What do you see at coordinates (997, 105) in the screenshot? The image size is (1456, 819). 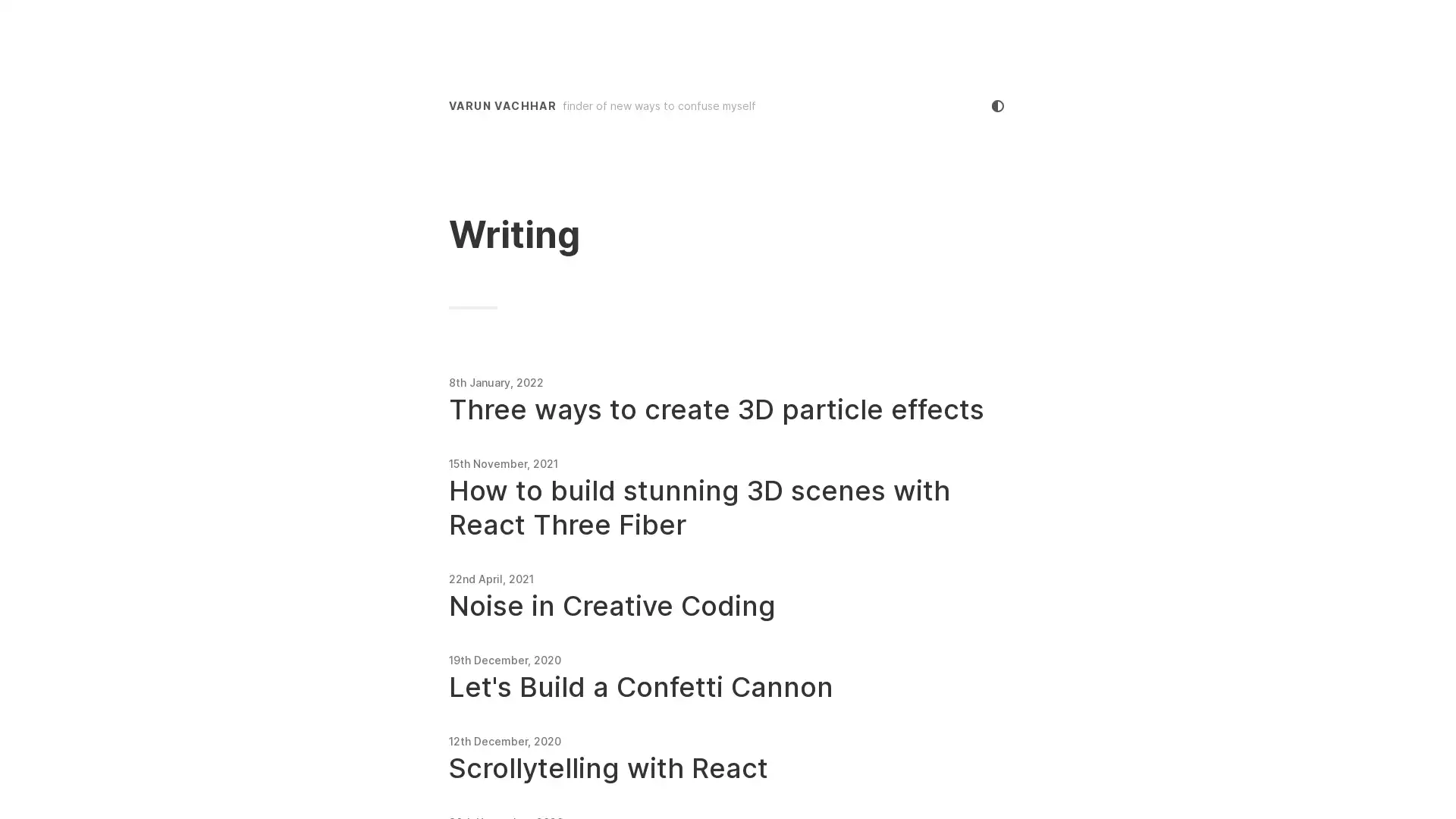 I see `cycle colour mode` at bounding box center [997, 105].